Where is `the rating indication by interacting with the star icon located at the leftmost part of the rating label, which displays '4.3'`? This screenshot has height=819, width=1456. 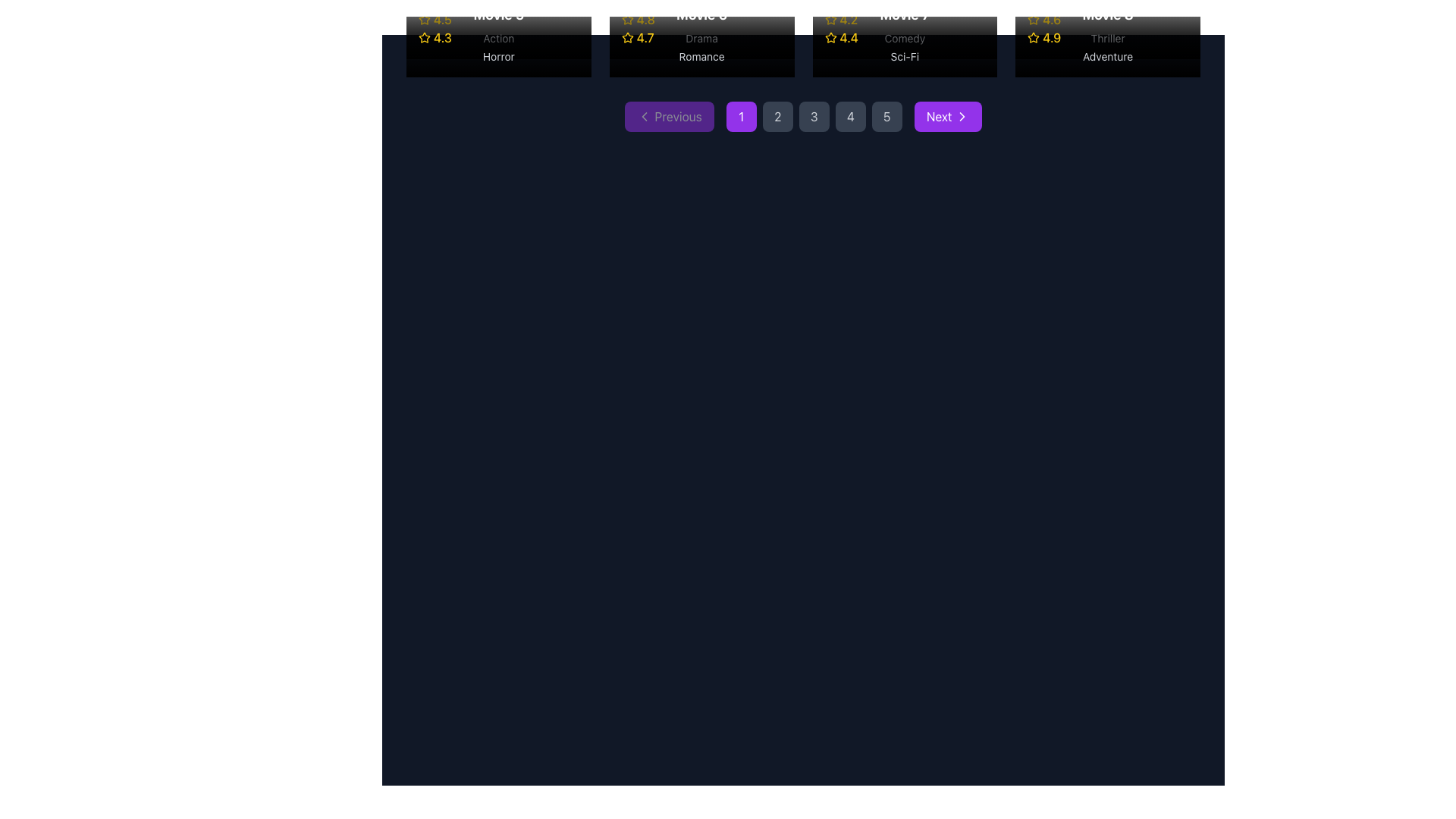 the rating indication by interacting with the star icon located at the leftmost part of the rating label, which displays '4.3' is located at coordinates (425, 37).